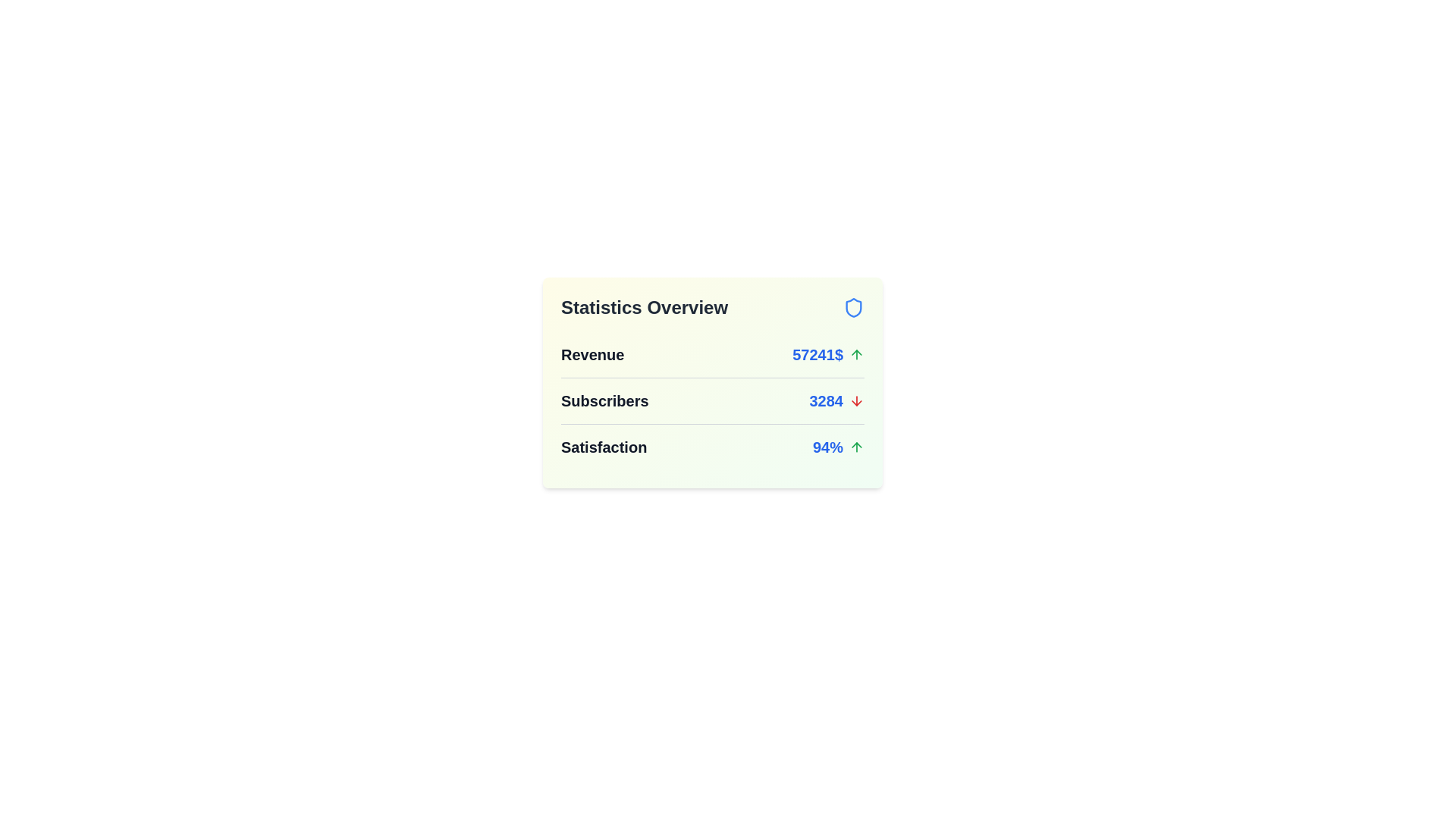 The width and height of the screenshot is (1456, 819). What do you see at coordinates (837, 447) in the screenshot?
I see `the statistic Satisfaction to view its details` at bounding box center [837, 447].